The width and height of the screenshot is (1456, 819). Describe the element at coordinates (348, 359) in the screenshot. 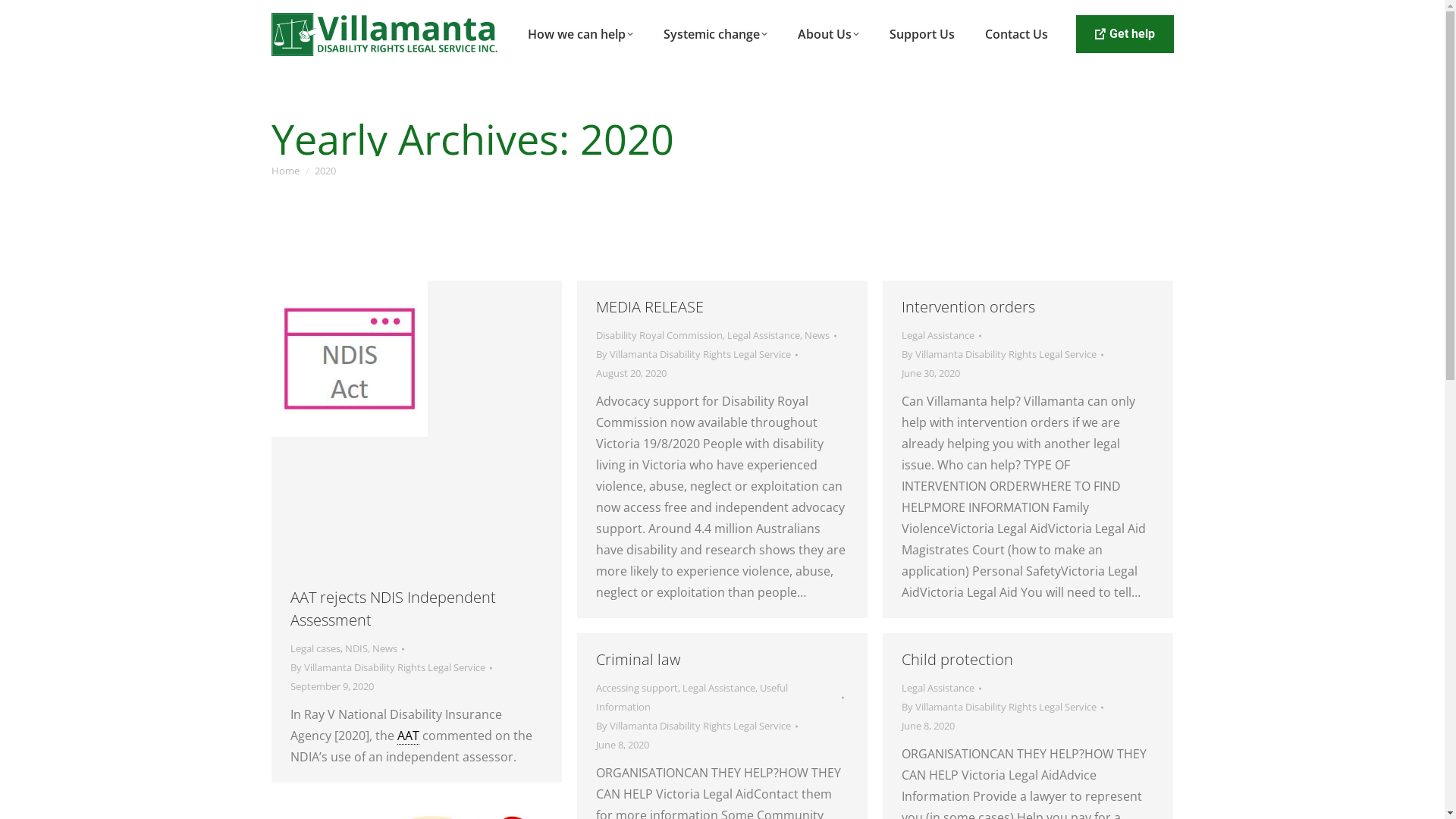

I see `'NDIS Act img'` at that location.